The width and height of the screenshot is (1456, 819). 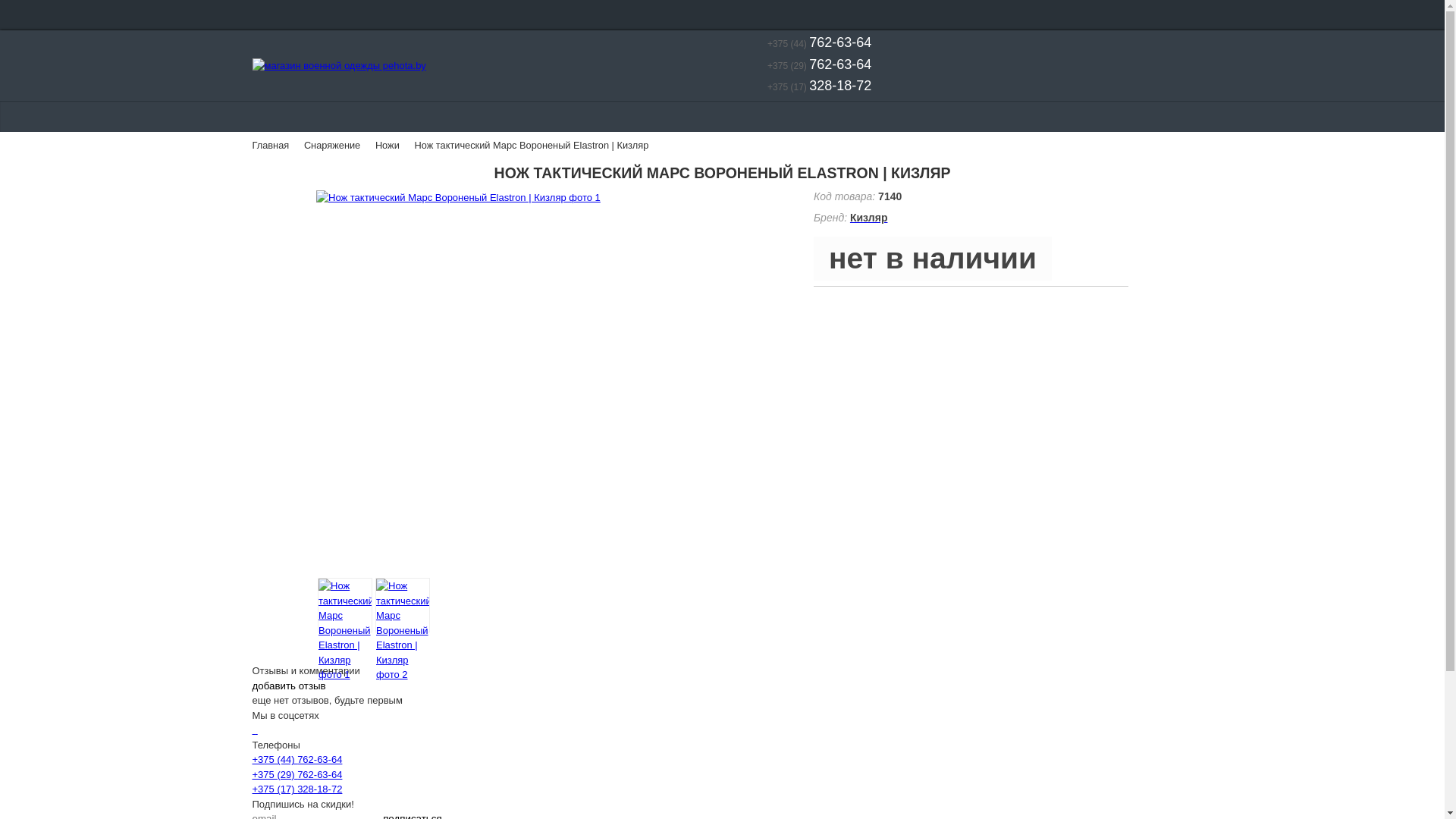 What do you see at coordinates (808, 42) in the screenshot?
I see `'+375 (44) 762-63-64'` at bounding box center [808, 42].